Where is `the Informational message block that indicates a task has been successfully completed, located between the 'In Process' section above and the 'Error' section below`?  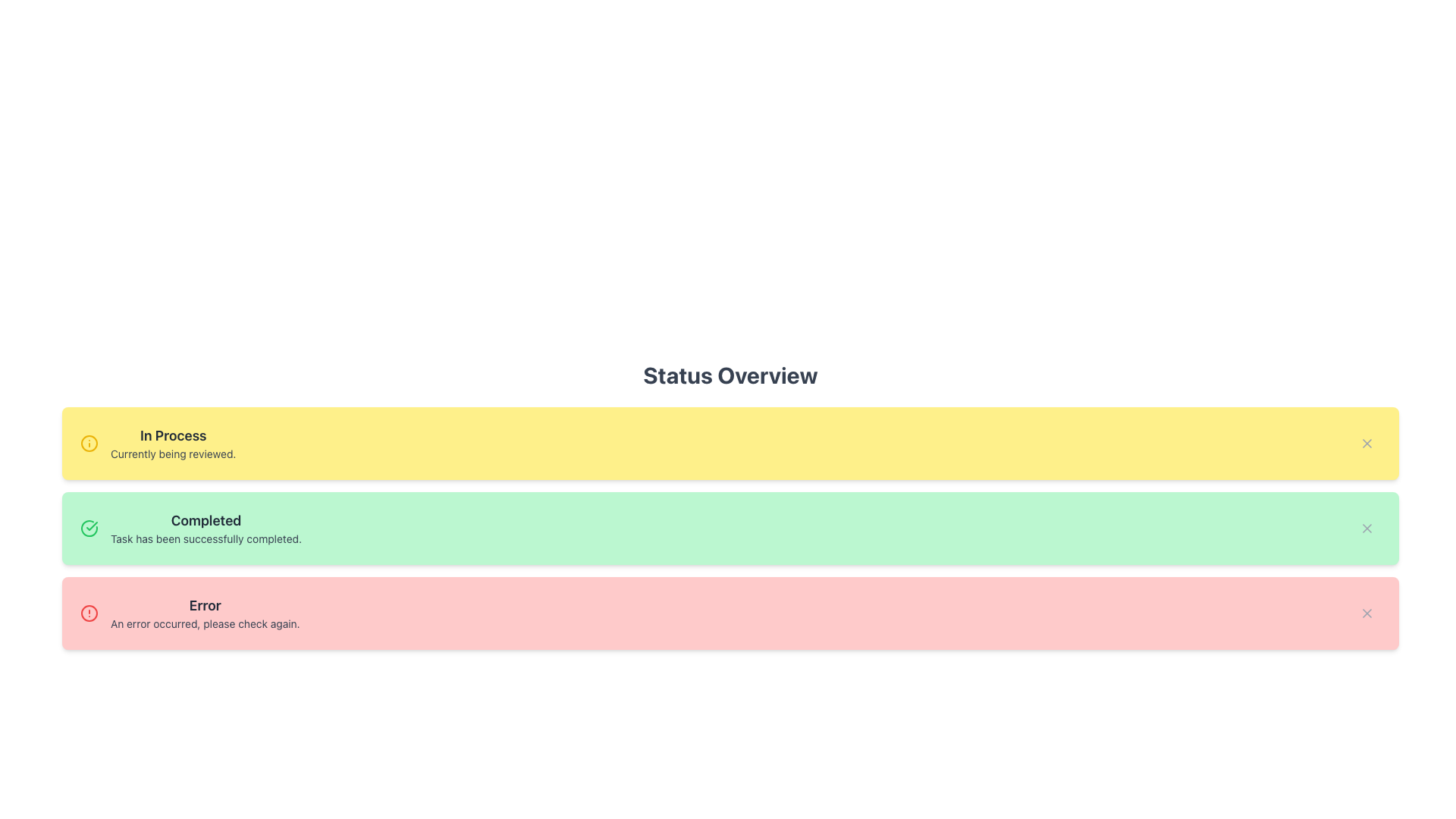 the Informational message block that indicates a task has been successfully completed, located between the 'In Process' section above and the 'Error' section below is located at coordinates (206, 528).